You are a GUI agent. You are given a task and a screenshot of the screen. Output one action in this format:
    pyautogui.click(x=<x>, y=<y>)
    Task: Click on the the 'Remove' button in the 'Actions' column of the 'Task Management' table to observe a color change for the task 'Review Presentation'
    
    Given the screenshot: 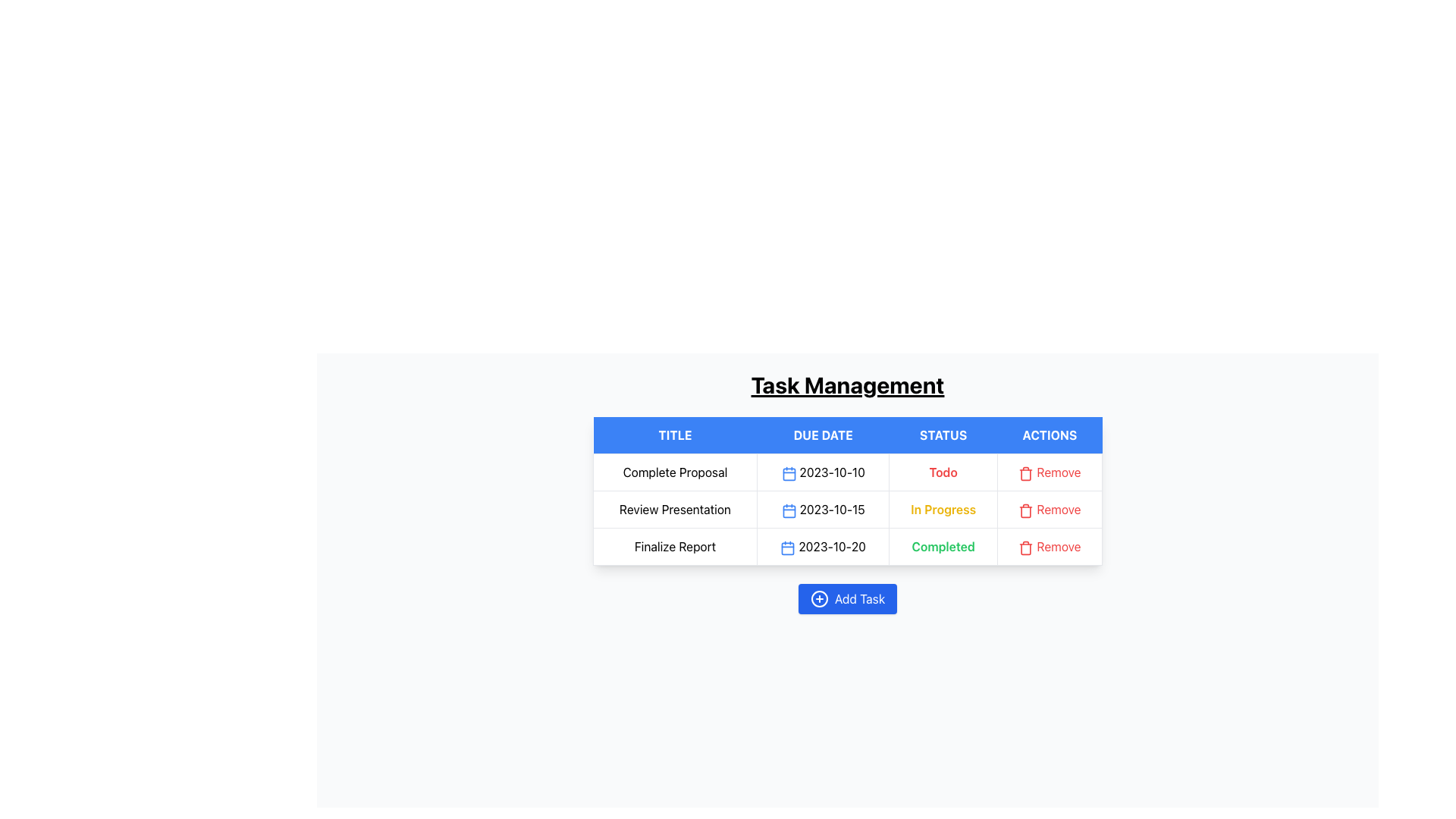 What is the action you would take?
    pyautogui.click(x=1049, y=509)
    